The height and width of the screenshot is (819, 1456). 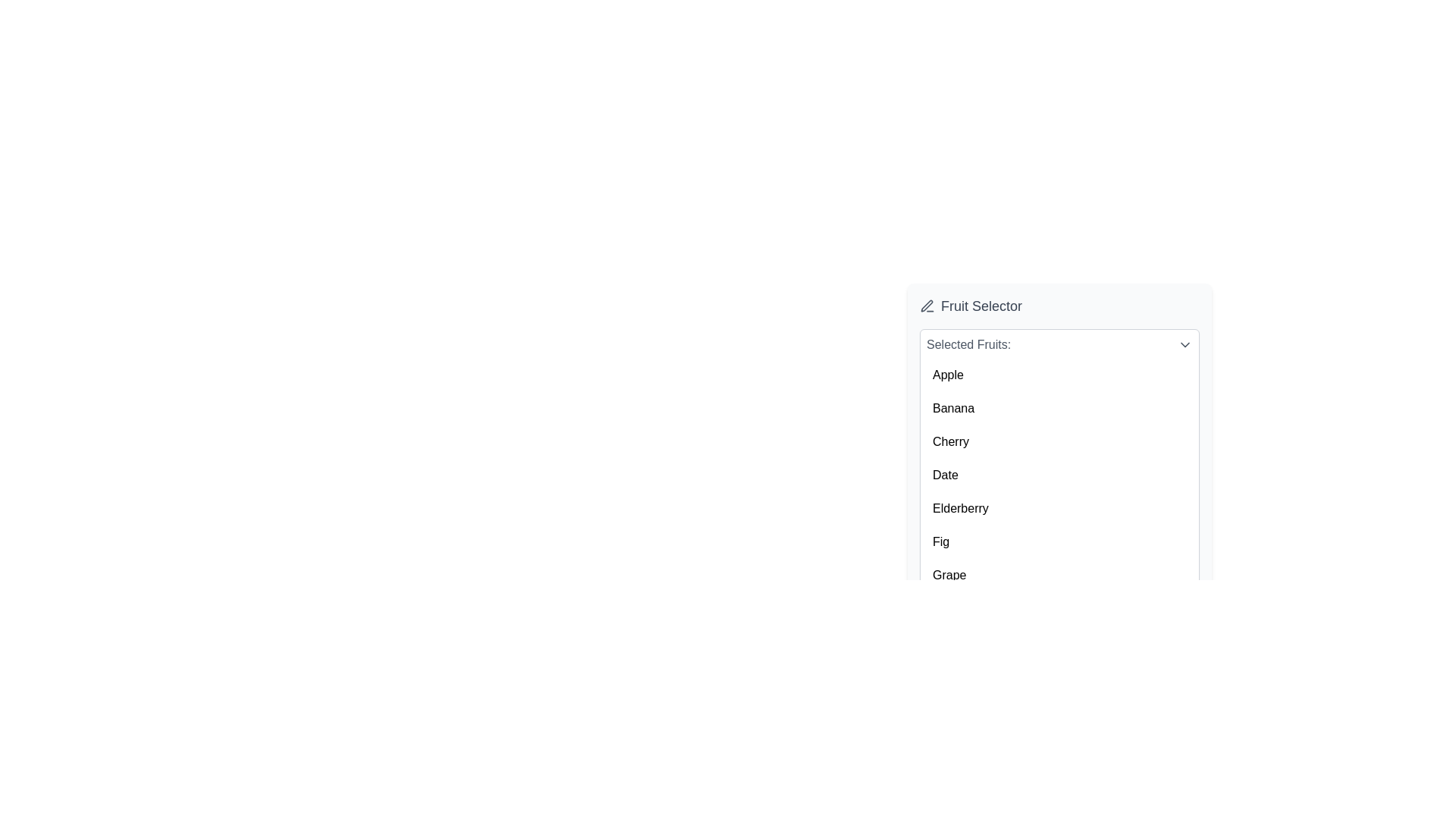 What do you see at coordinates (1059, 462) in the screenshot?
I see `the dropdown menu titled 'Selected Fruits:'` at bounding box center [1059, 462].